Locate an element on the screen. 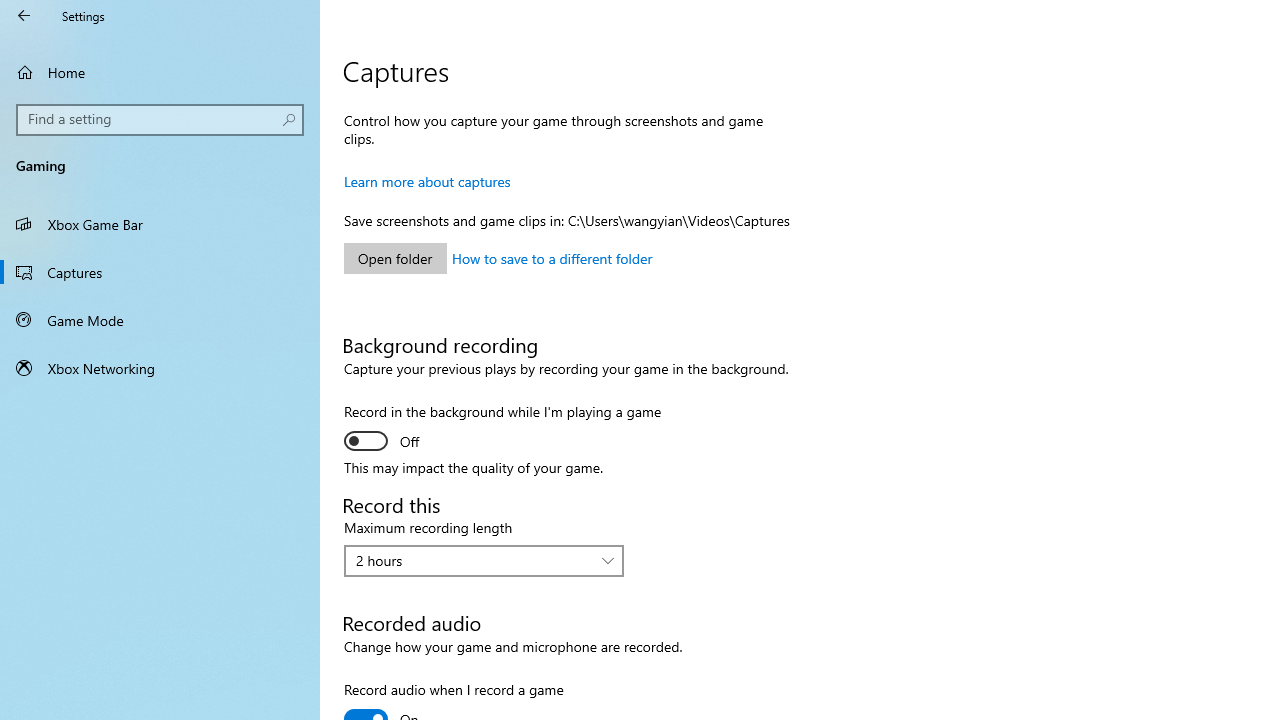  'Captures' is located at coordinates (160, 271).